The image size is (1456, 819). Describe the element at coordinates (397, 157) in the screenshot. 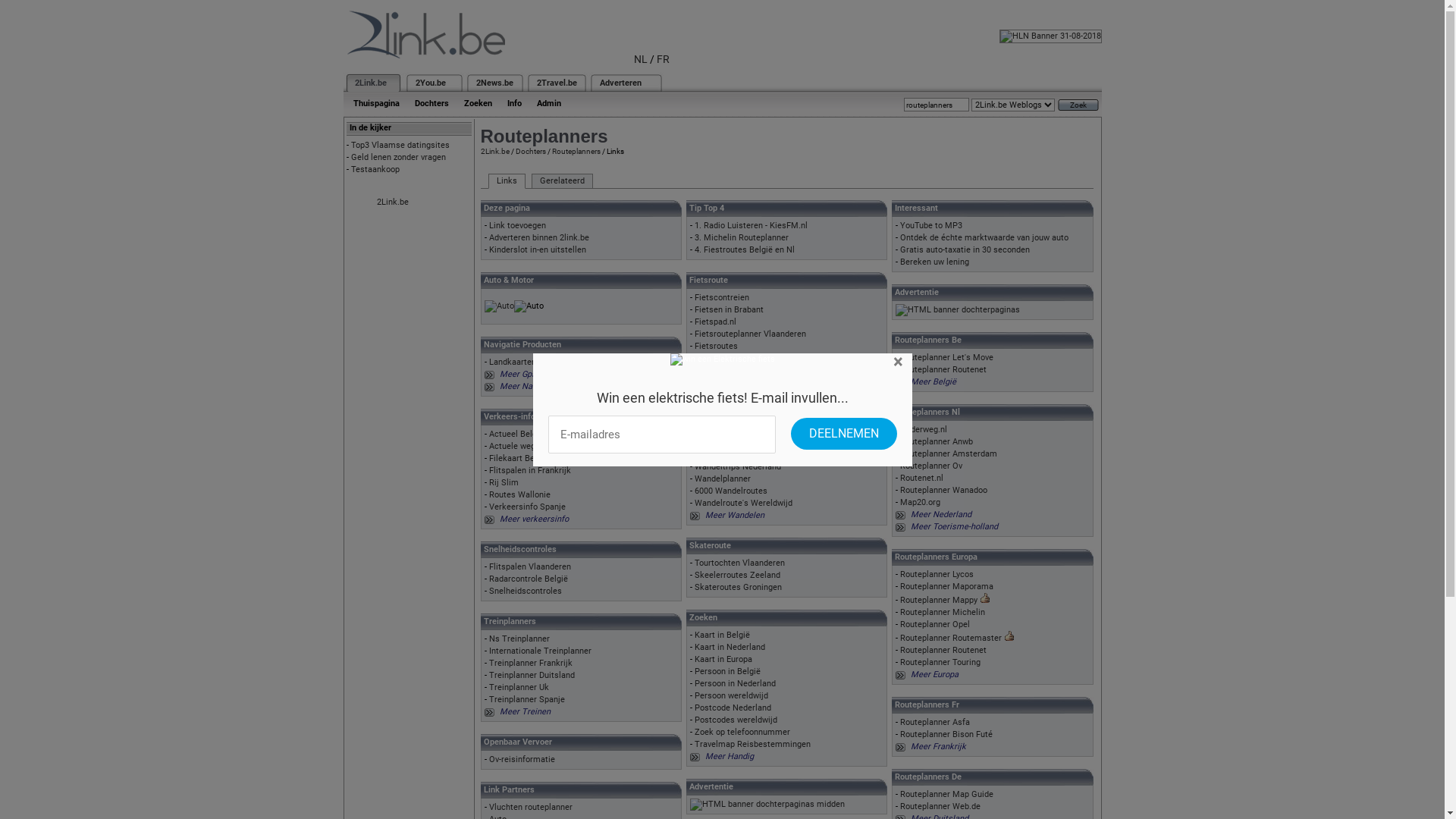

I see `'Geld lenen zonder vragen'` at that location.